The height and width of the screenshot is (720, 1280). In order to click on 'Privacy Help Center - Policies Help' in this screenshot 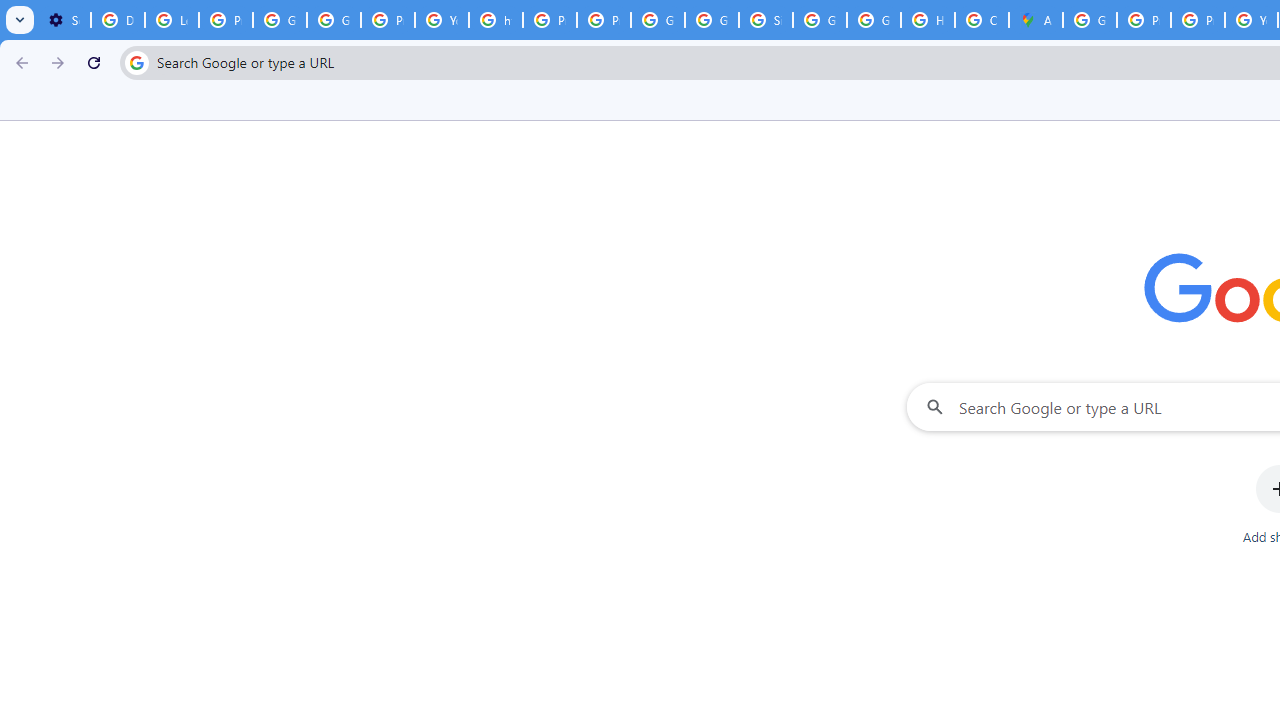, I will do `click(1144, 20)`.